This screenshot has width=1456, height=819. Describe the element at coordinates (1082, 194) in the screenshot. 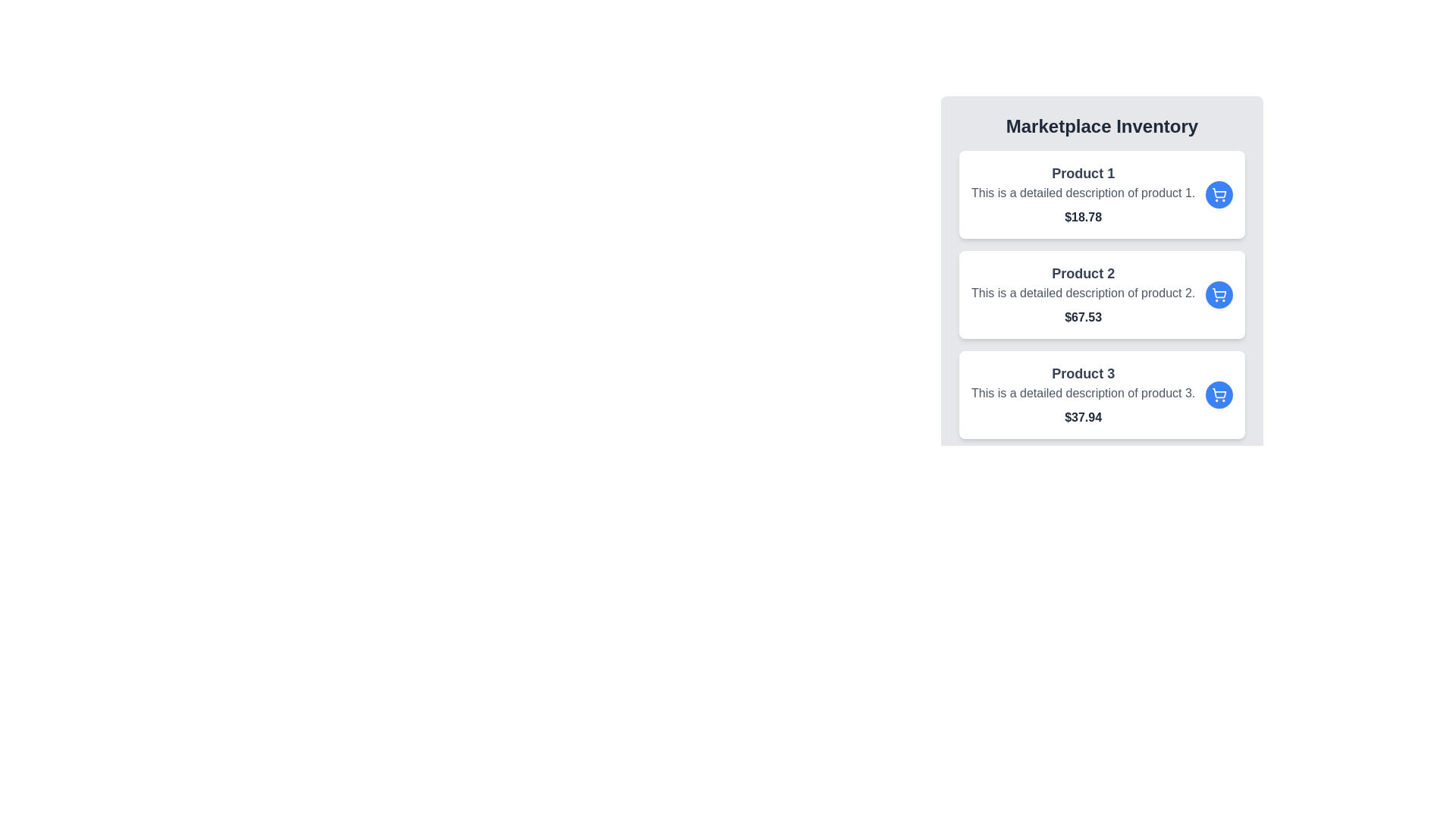

I see `the first product entry text label block which contains the title 'Product 1', a detailed description, and the price '$18.78'` at that location.